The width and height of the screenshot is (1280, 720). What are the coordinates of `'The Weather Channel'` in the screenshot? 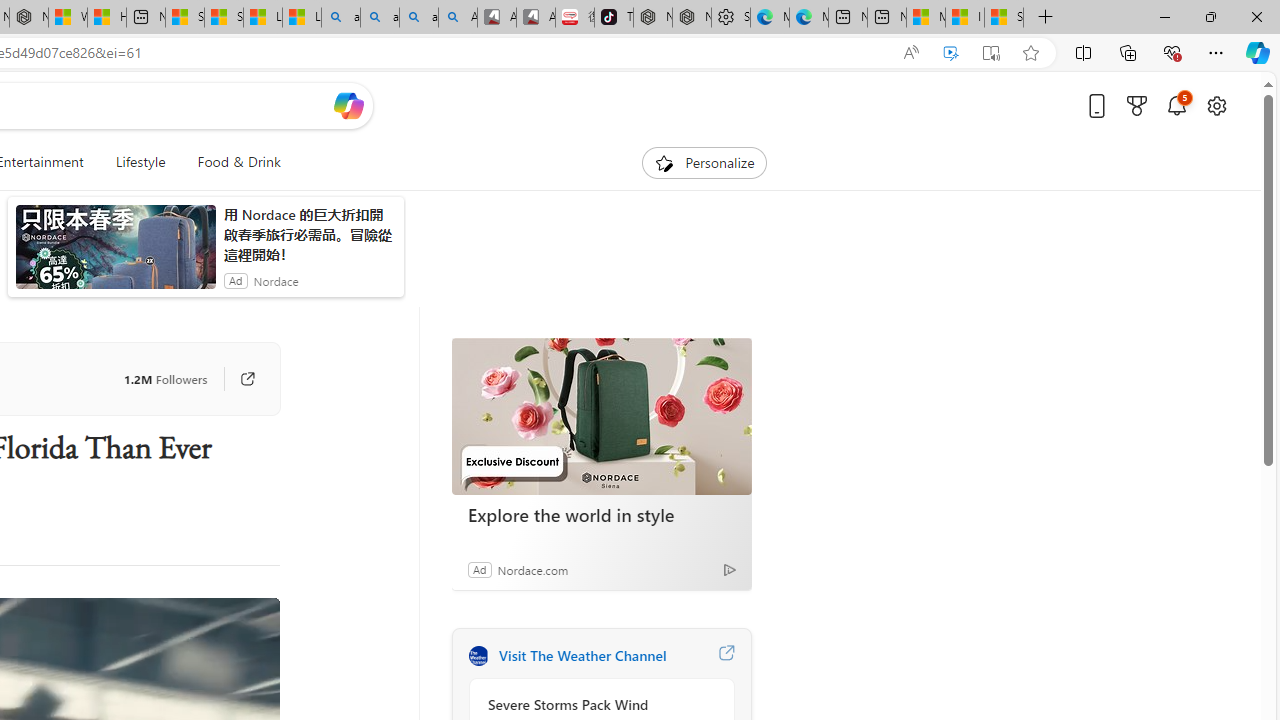 It's located at (477, 655).